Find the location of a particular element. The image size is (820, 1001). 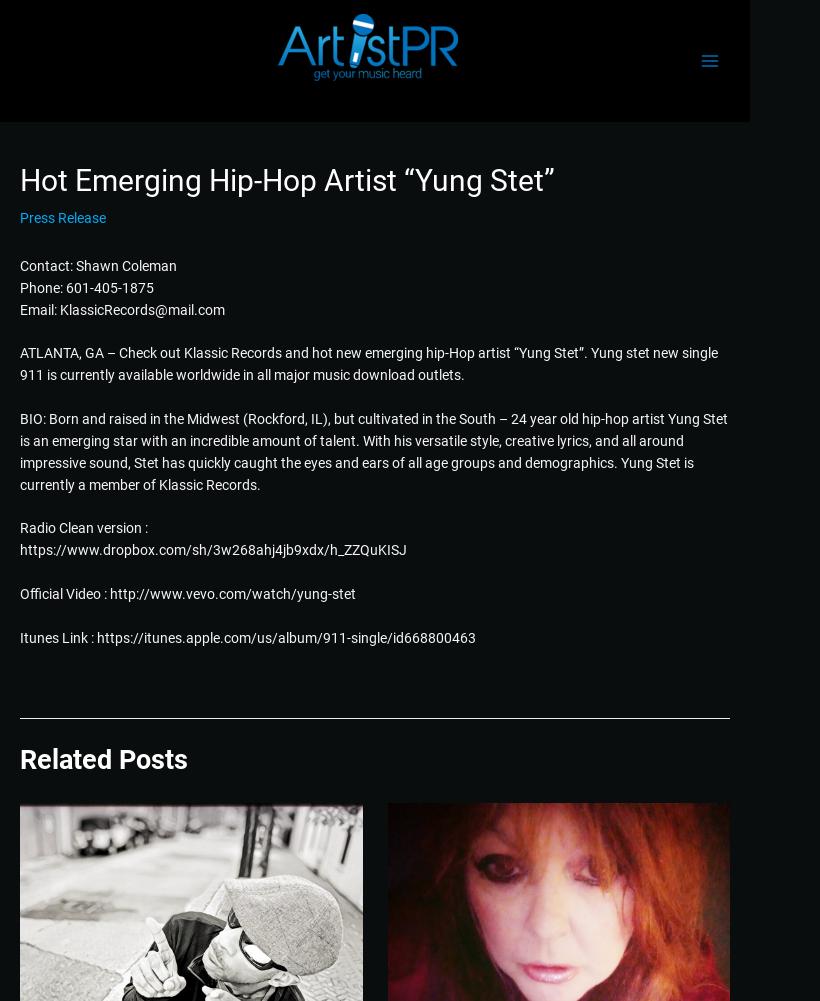

'Press Release' is located at coordinates (62, 216).